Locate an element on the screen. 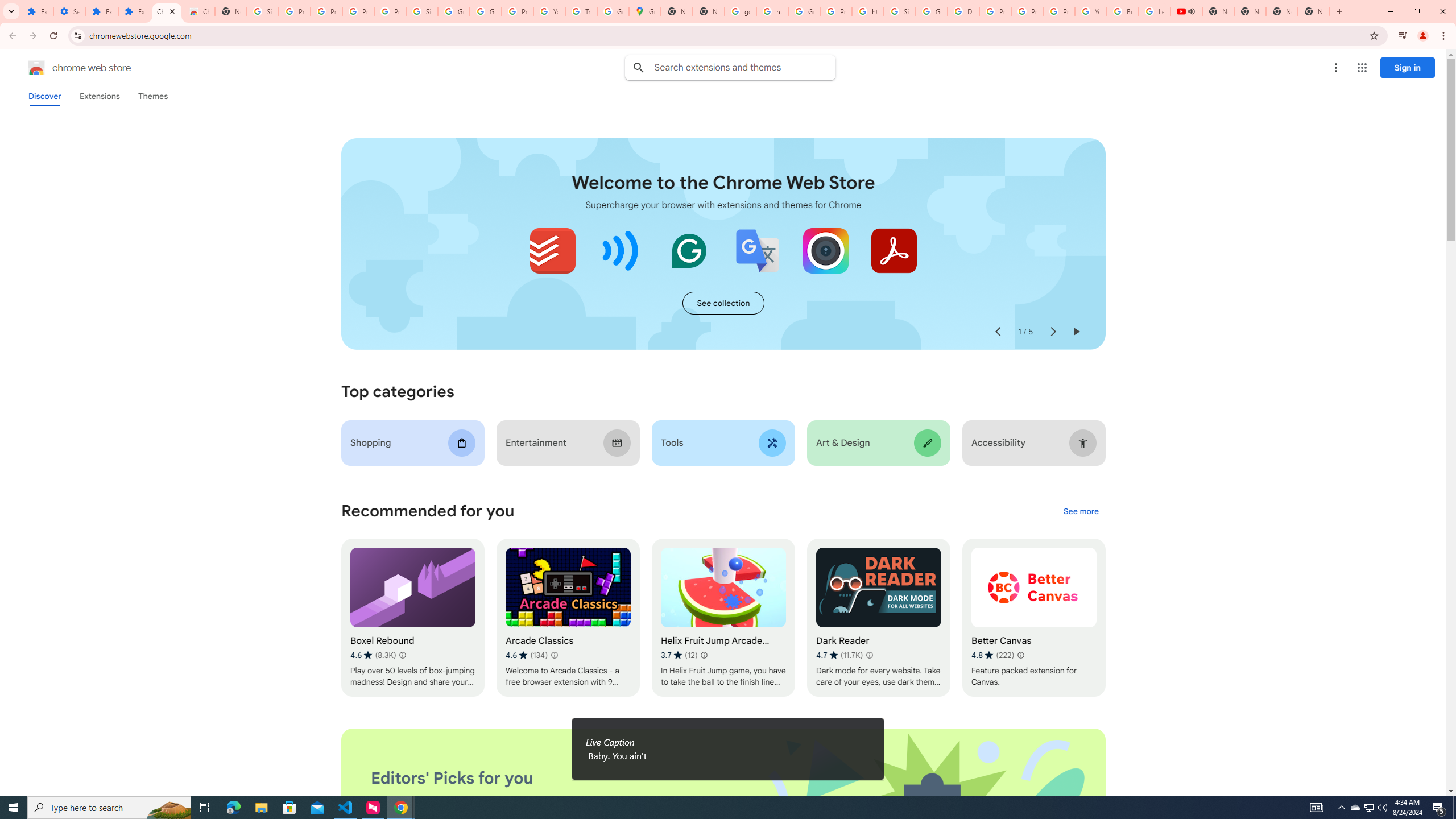 The width and height of the screenshot is (1456, 819). 'Average rating 4.8 out of 5 stars. 222 ratings.' is located at coordinates (992, 655).